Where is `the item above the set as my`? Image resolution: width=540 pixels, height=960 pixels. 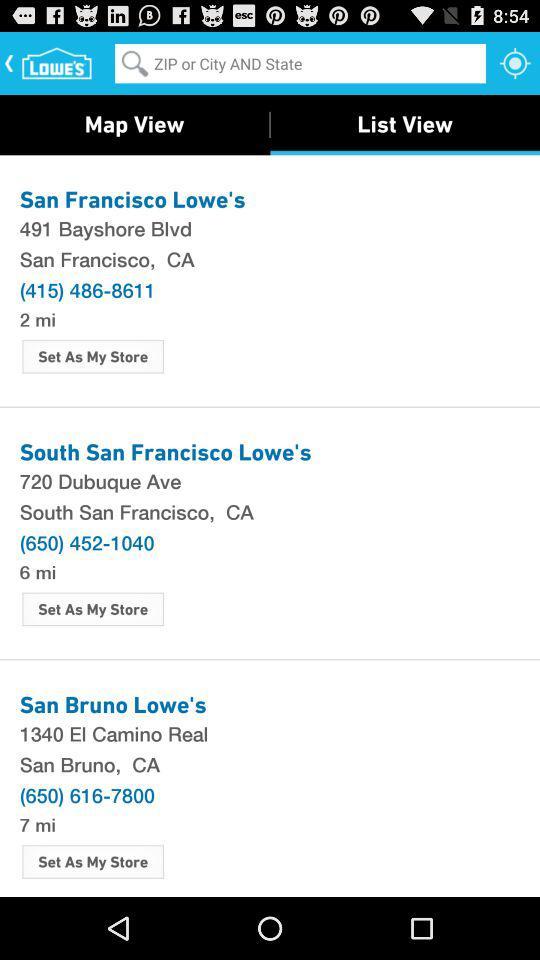
the item above the set as my is located at coordinates (37, 318).